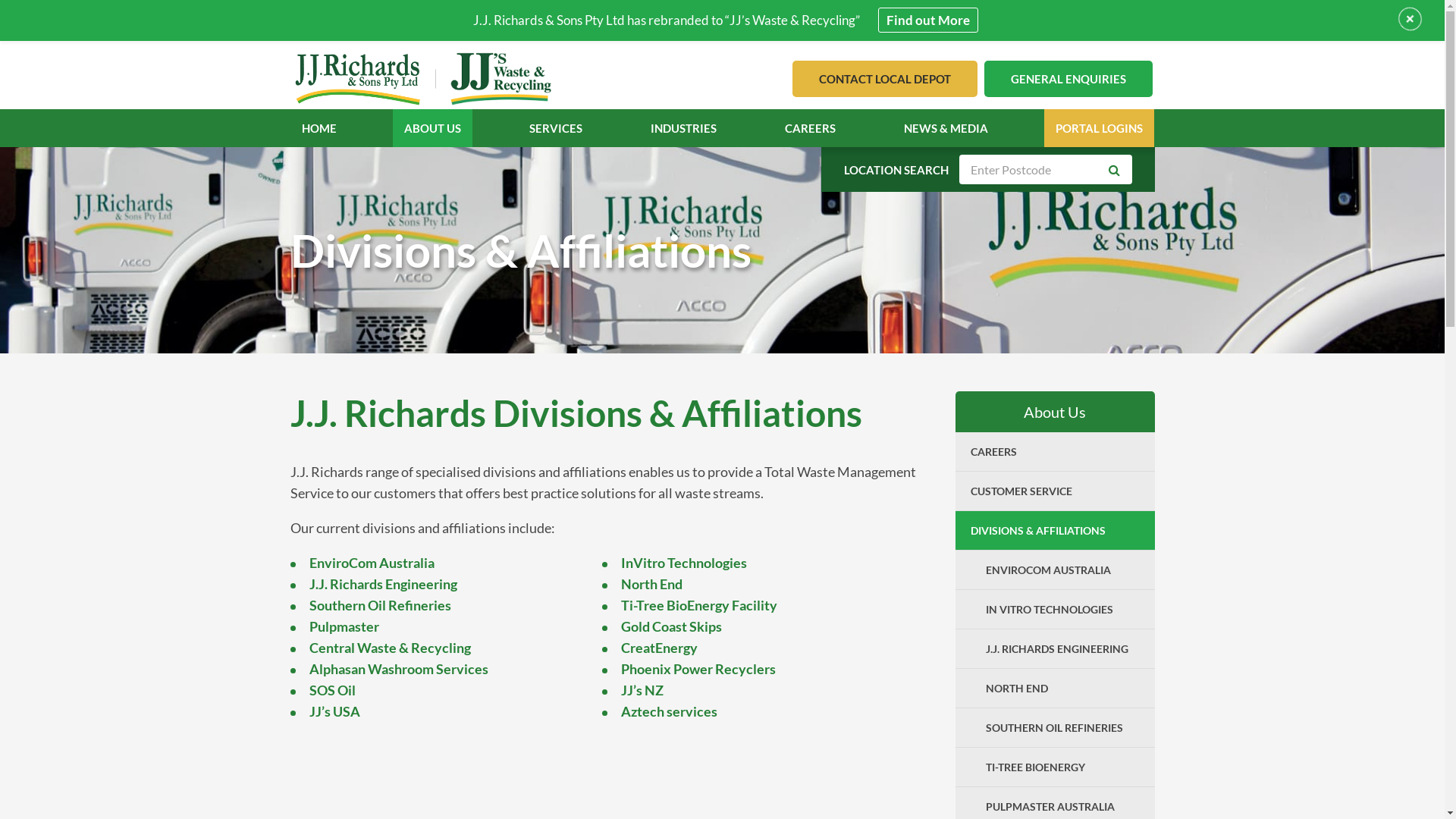  What do you see at coordinates (1062, 608) in the screenshot?
I see `'IN VITRO TECHNOLOGIES'` at bounding box center [1062, 608].